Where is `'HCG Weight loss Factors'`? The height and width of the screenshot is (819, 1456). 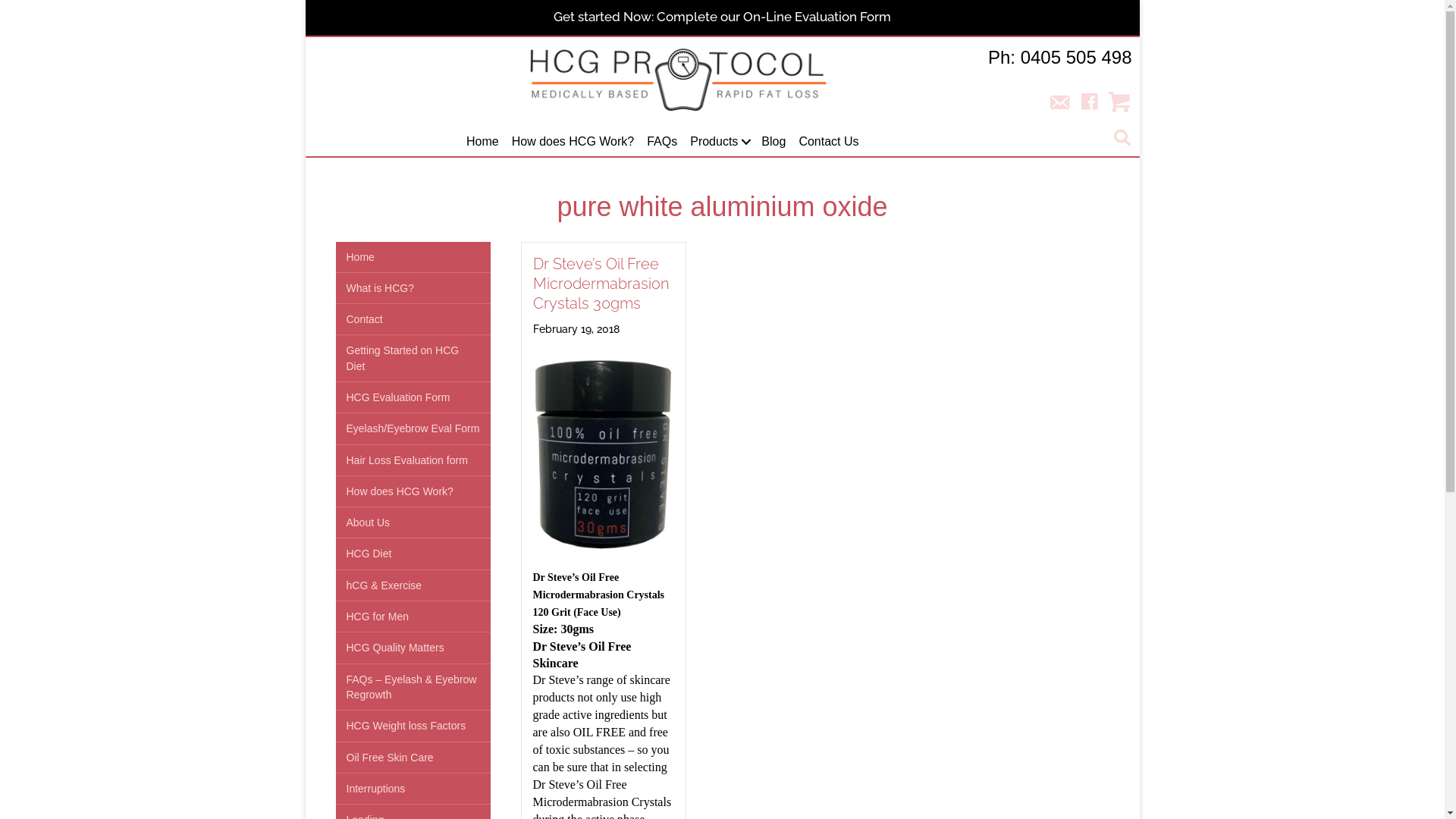 'HCG Weight loss Factors' is located at coordinates (412, 724).